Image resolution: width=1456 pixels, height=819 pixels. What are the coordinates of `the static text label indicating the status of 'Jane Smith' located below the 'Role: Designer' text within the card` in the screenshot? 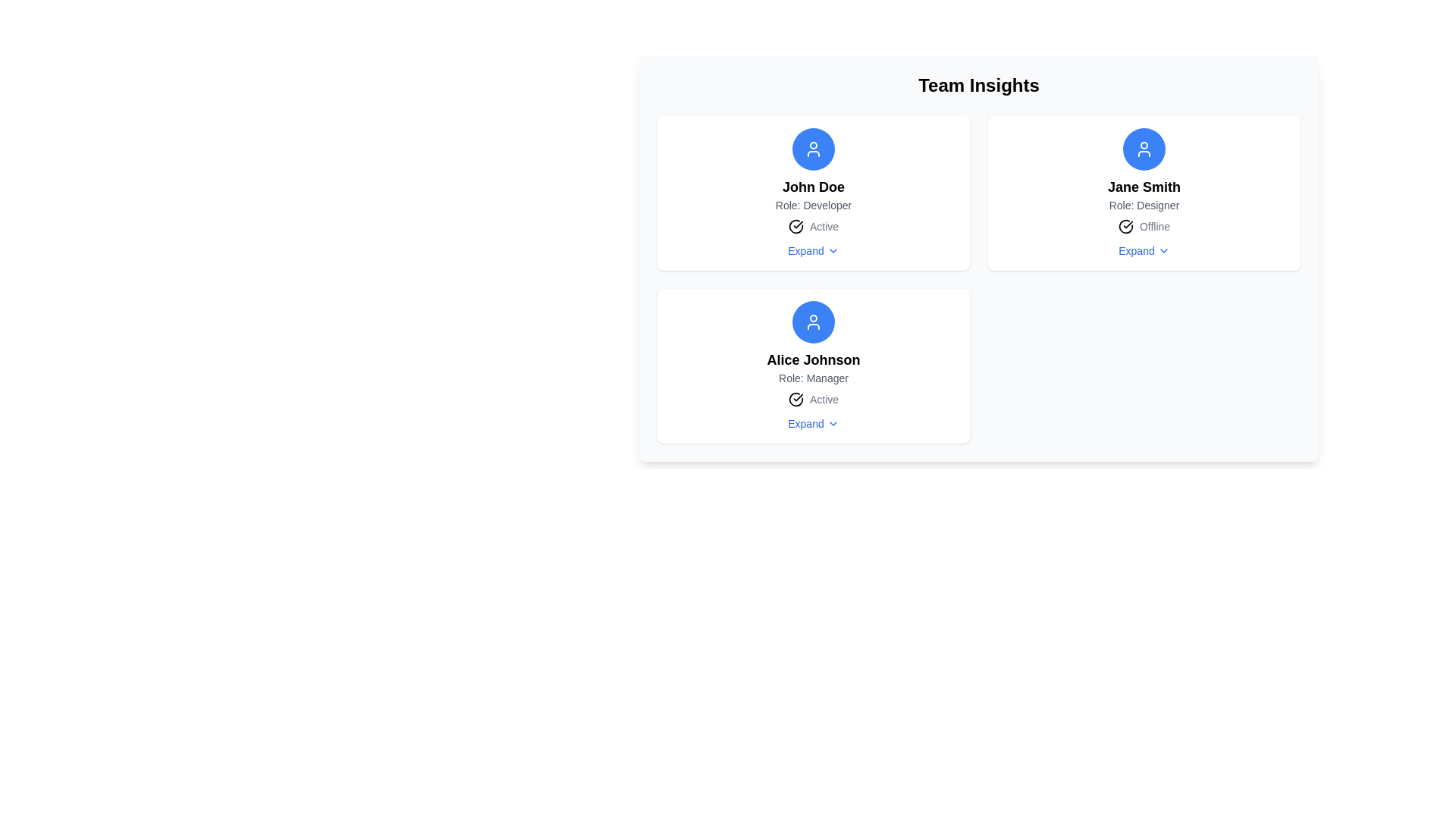 It's located at (1153, 227).